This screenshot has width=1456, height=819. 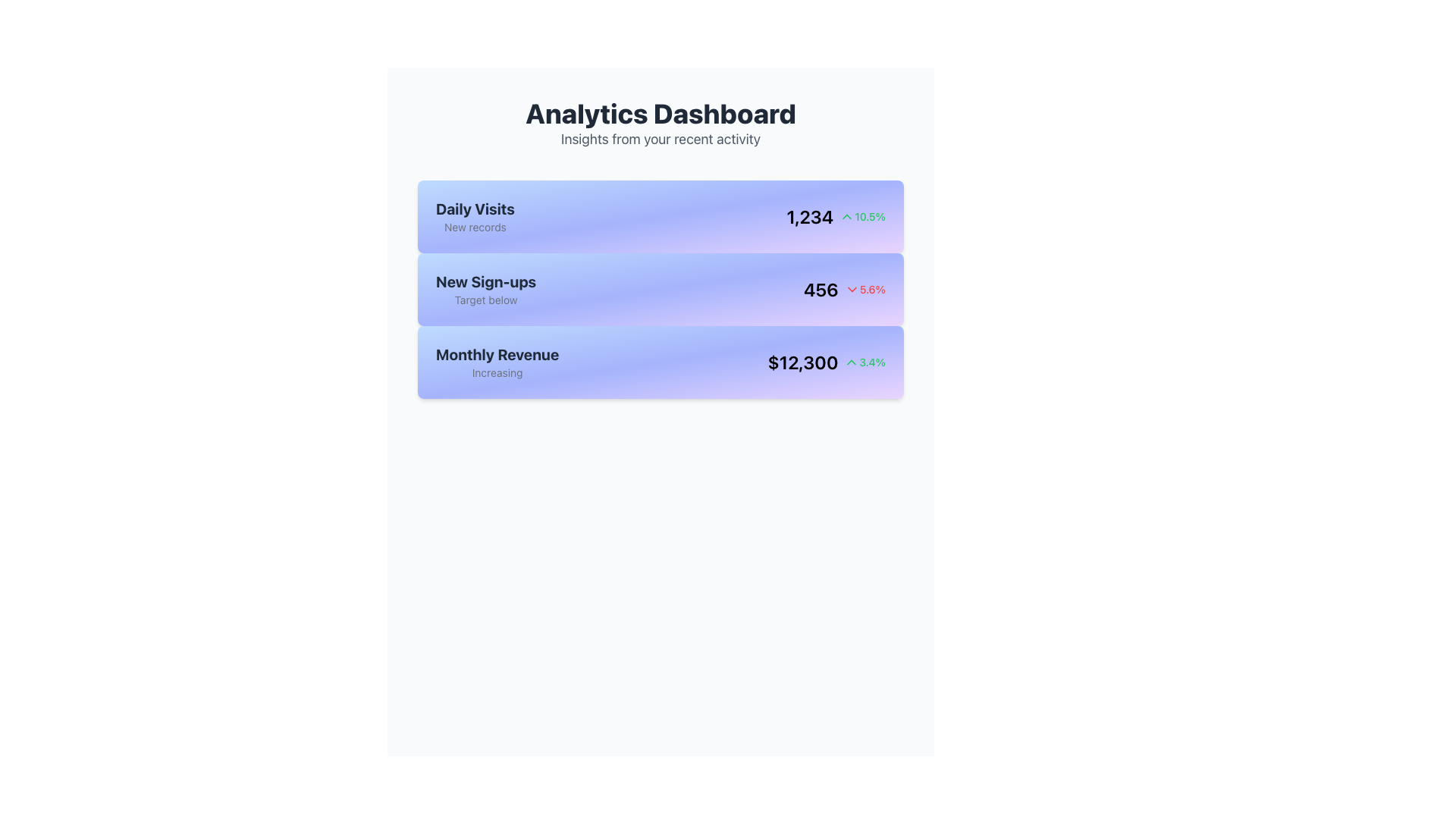 I want to click on the static text element displaying '10.5%' within the 'Daily Visits' card, styled in green to indicate a positive metric, so click(x=862, y=216).